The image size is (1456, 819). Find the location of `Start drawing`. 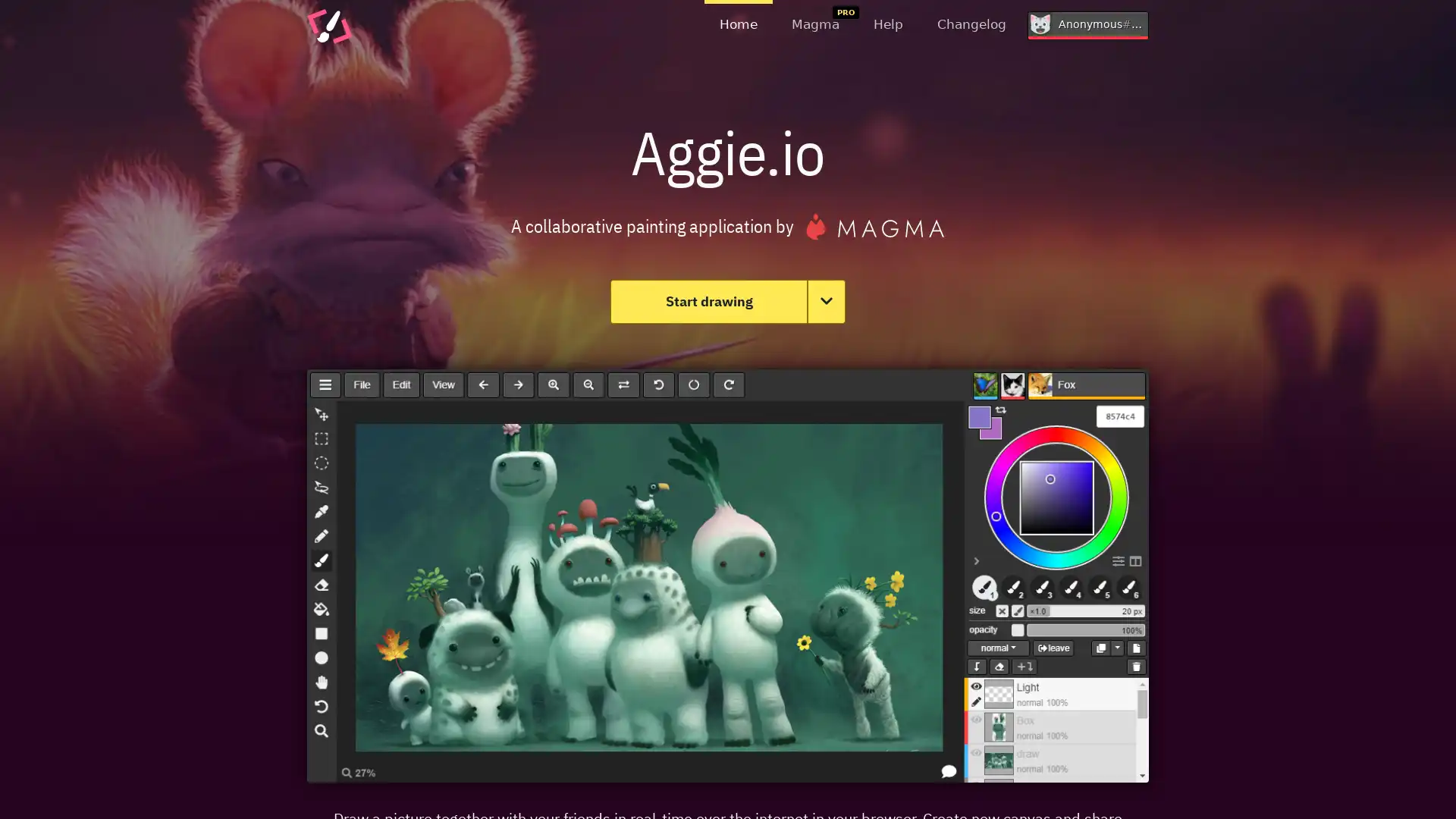

Start drawing is located at coordinates (708, 301).